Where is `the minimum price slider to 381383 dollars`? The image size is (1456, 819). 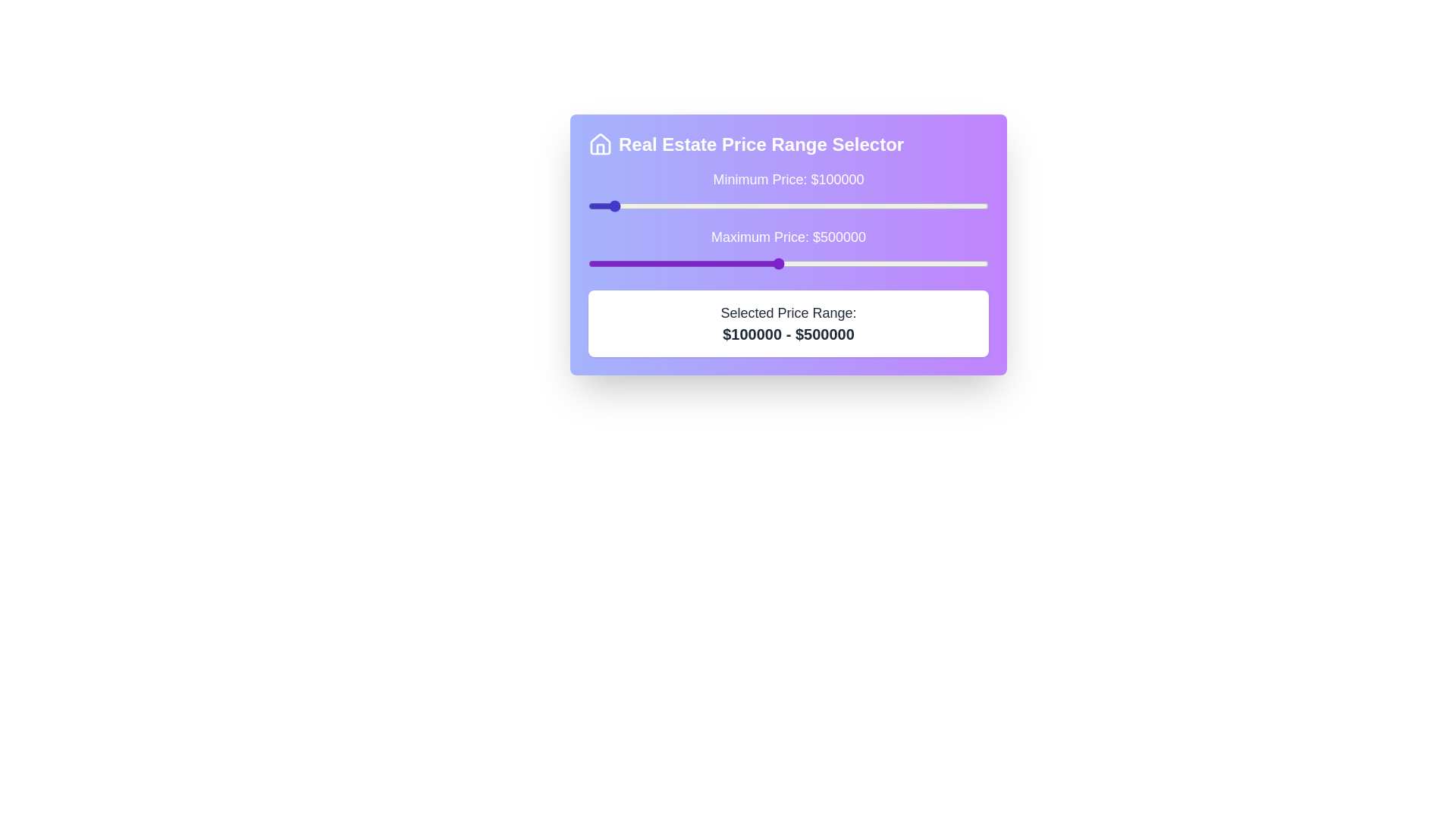
the minimum price slider to 381383 dollars is located at coordinates (728, 206).